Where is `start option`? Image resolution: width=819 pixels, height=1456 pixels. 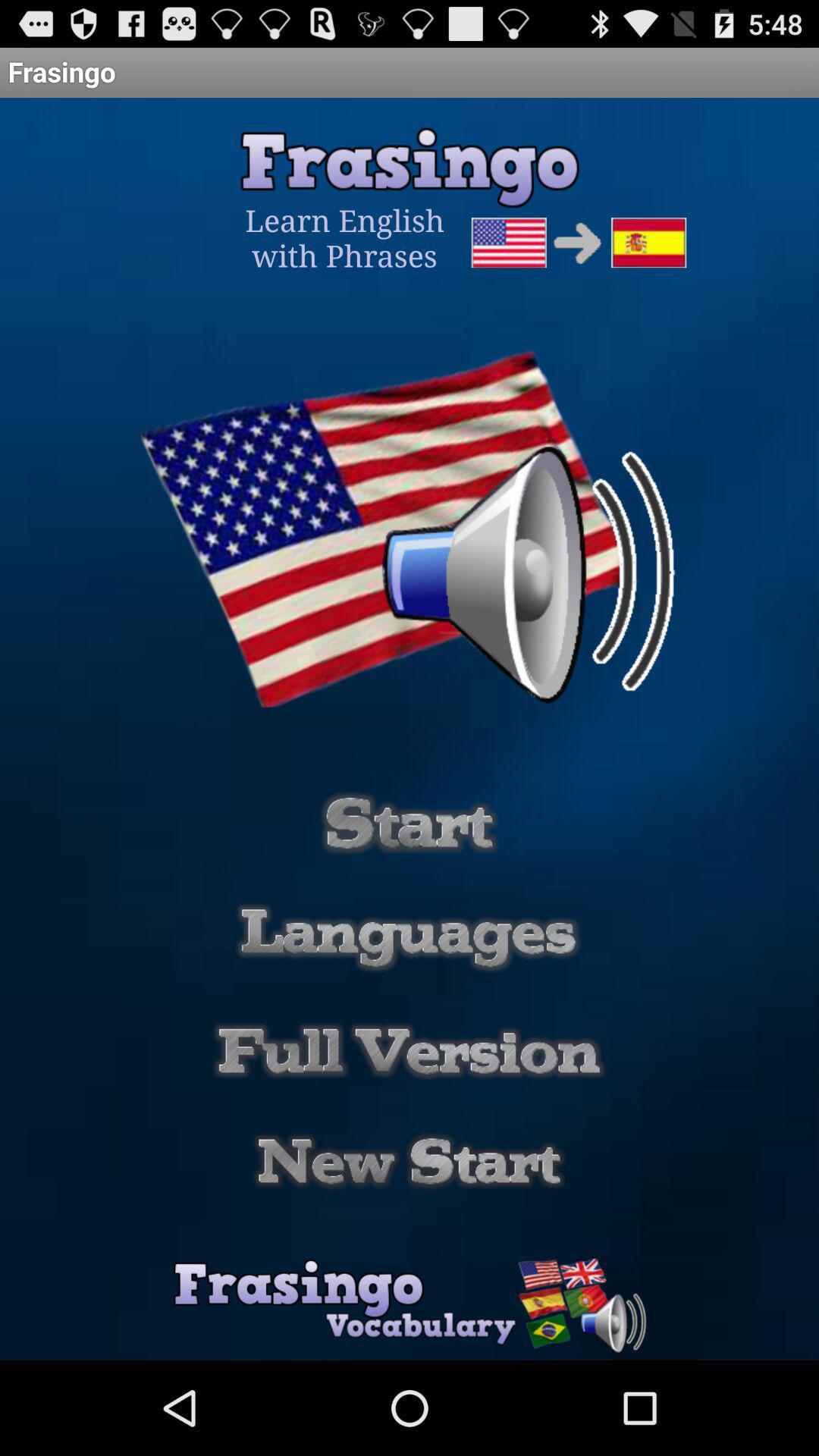 start option is located at coordinates (409, 822).